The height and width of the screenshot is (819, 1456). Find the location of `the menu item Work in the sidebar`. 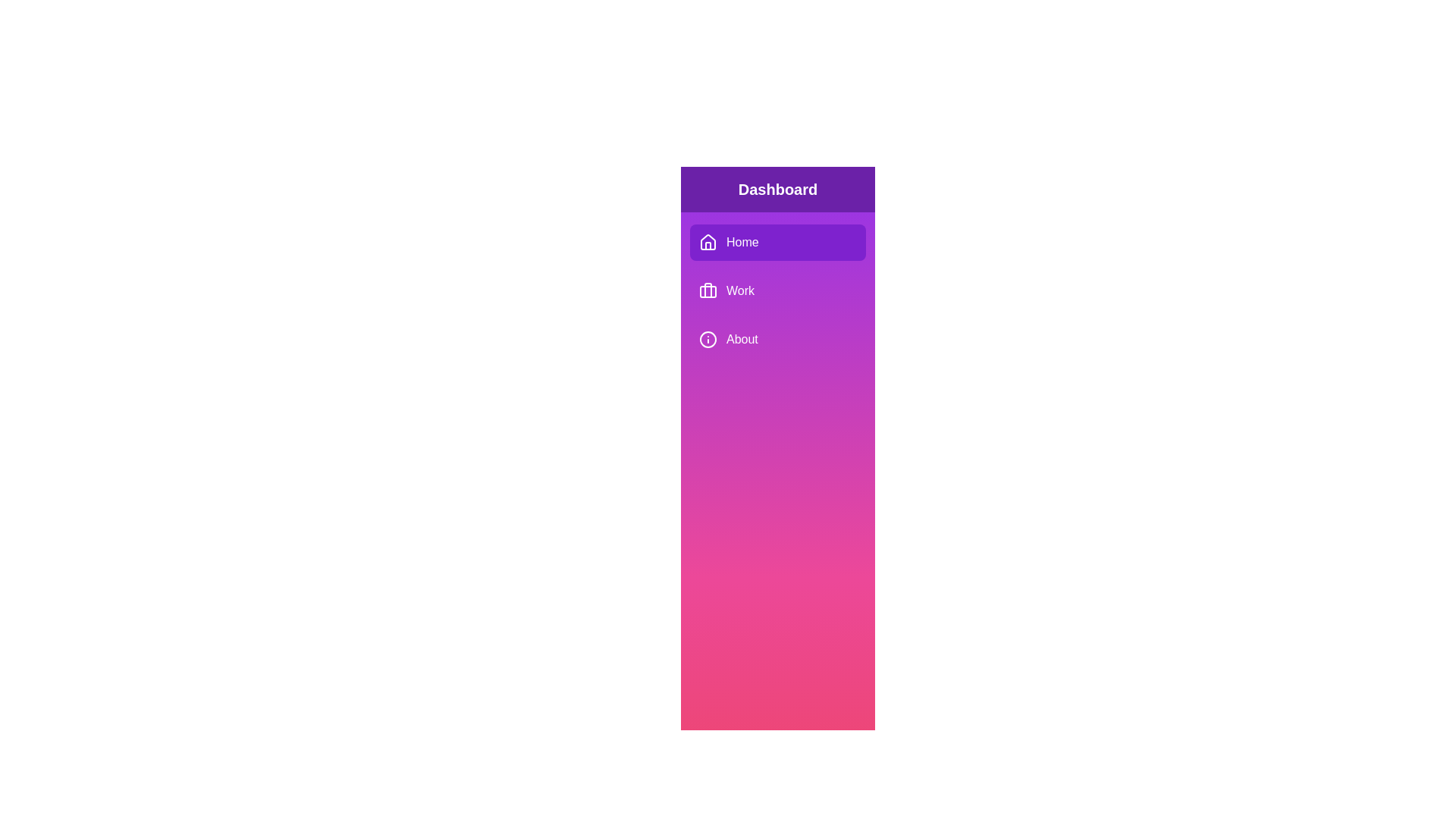

the menu item Work in the sidebar is located at coordinates (778, 291).